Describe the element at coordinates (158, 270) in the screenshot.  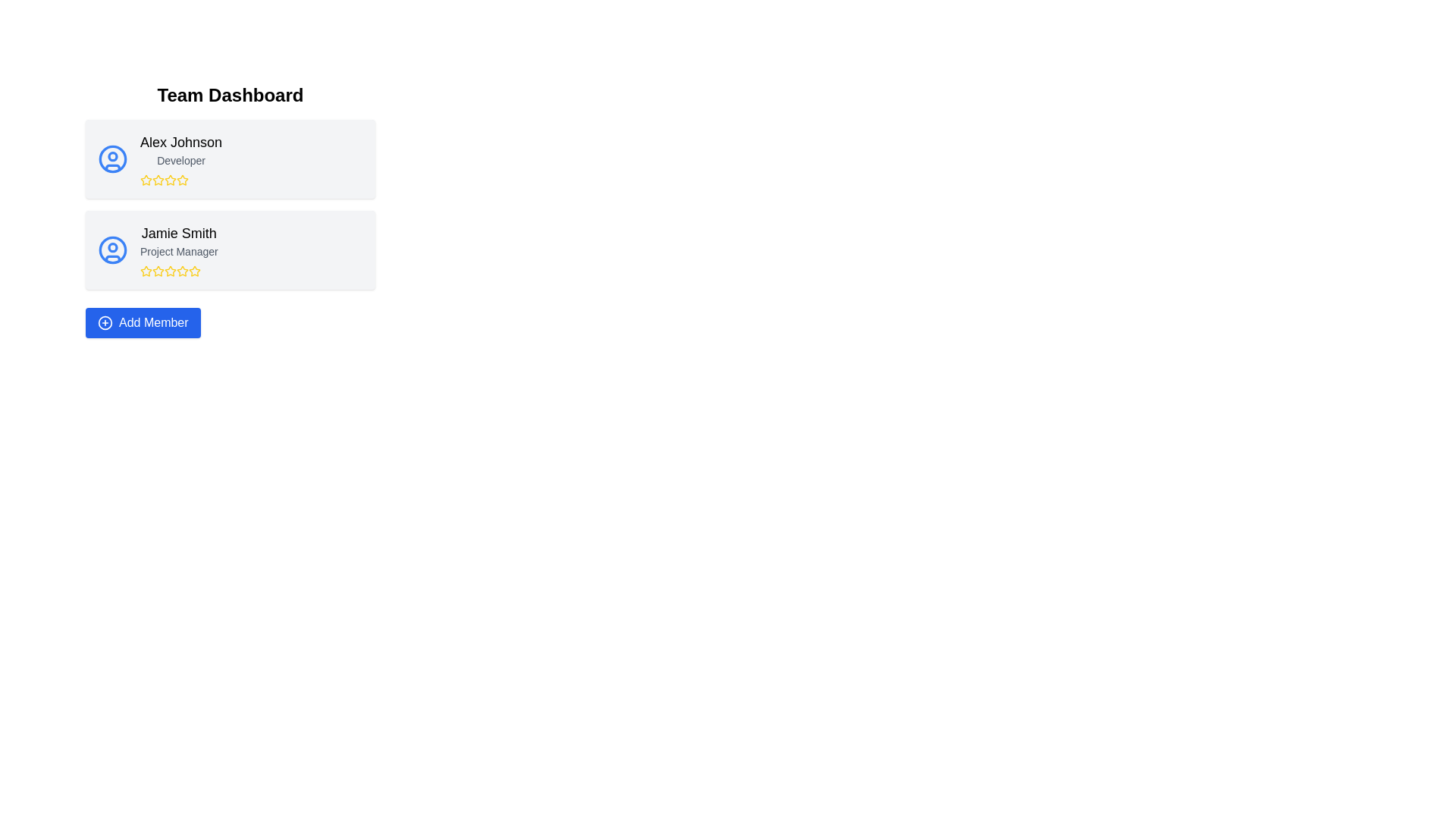
I see `the second star icon below the text 'Jamie Smith', which represents the second level of the rating scale in a 5-star system, to modify its state` at that location.